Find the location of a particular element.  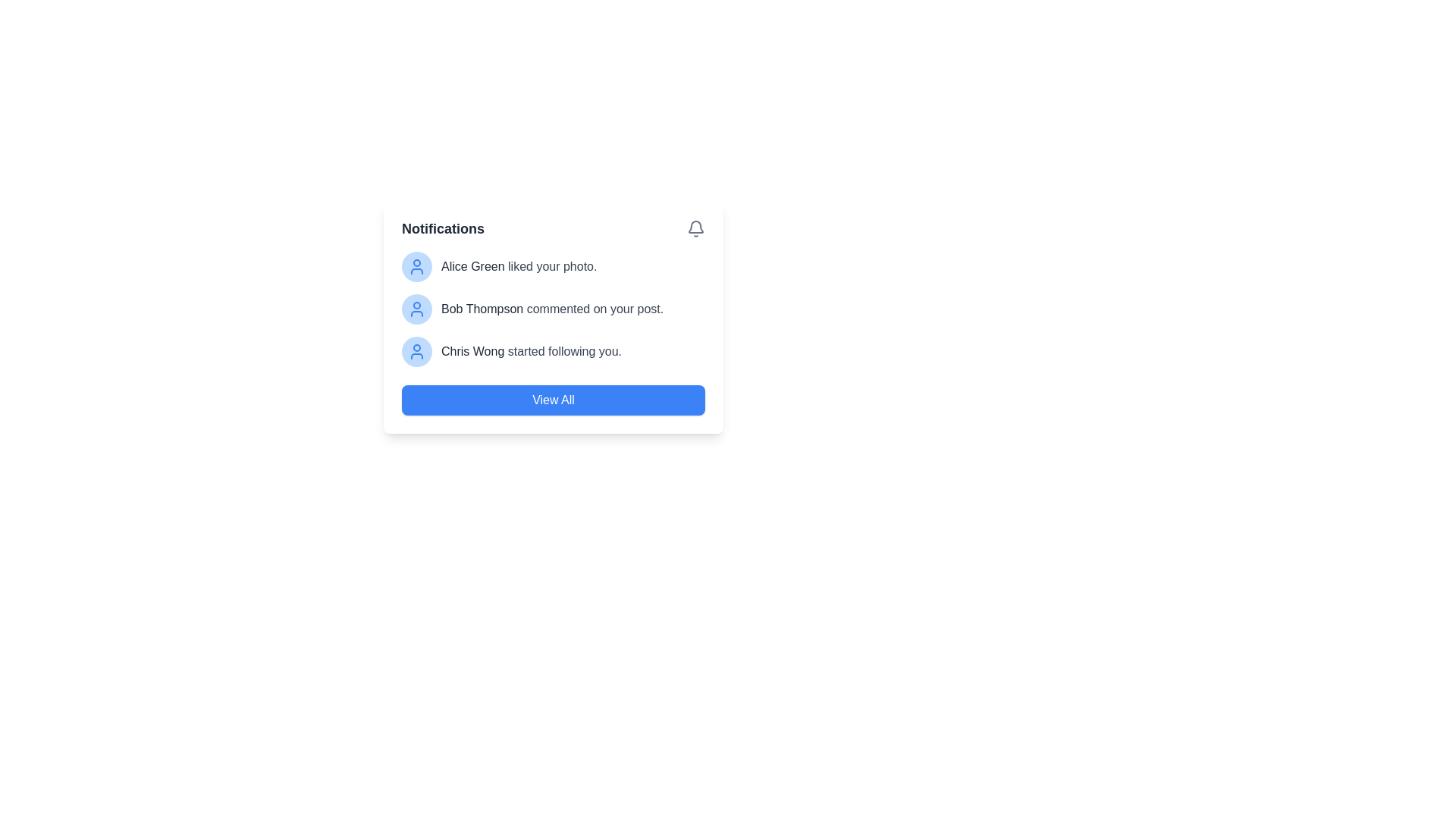

the static notification entry that informs the user that 'Chris Wong started following you.' This element is the third notification in the list, positioned below the notification about Bob Thompson and above the 'View All' button is located at coordinates (552, 351).